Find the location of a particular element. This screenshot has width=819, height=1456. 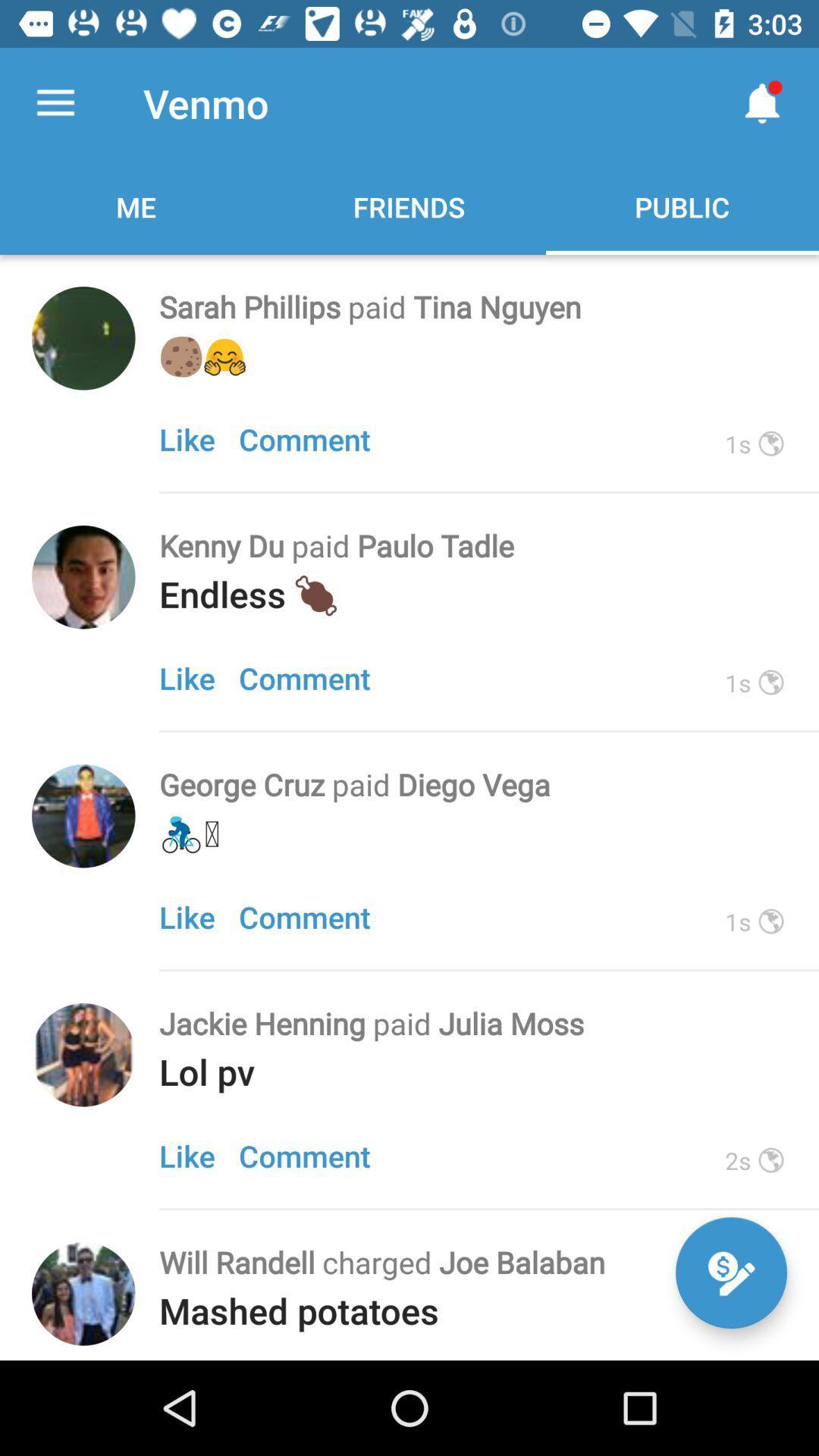

edit enter info for money transfer is located at coordinates (730, 1272).